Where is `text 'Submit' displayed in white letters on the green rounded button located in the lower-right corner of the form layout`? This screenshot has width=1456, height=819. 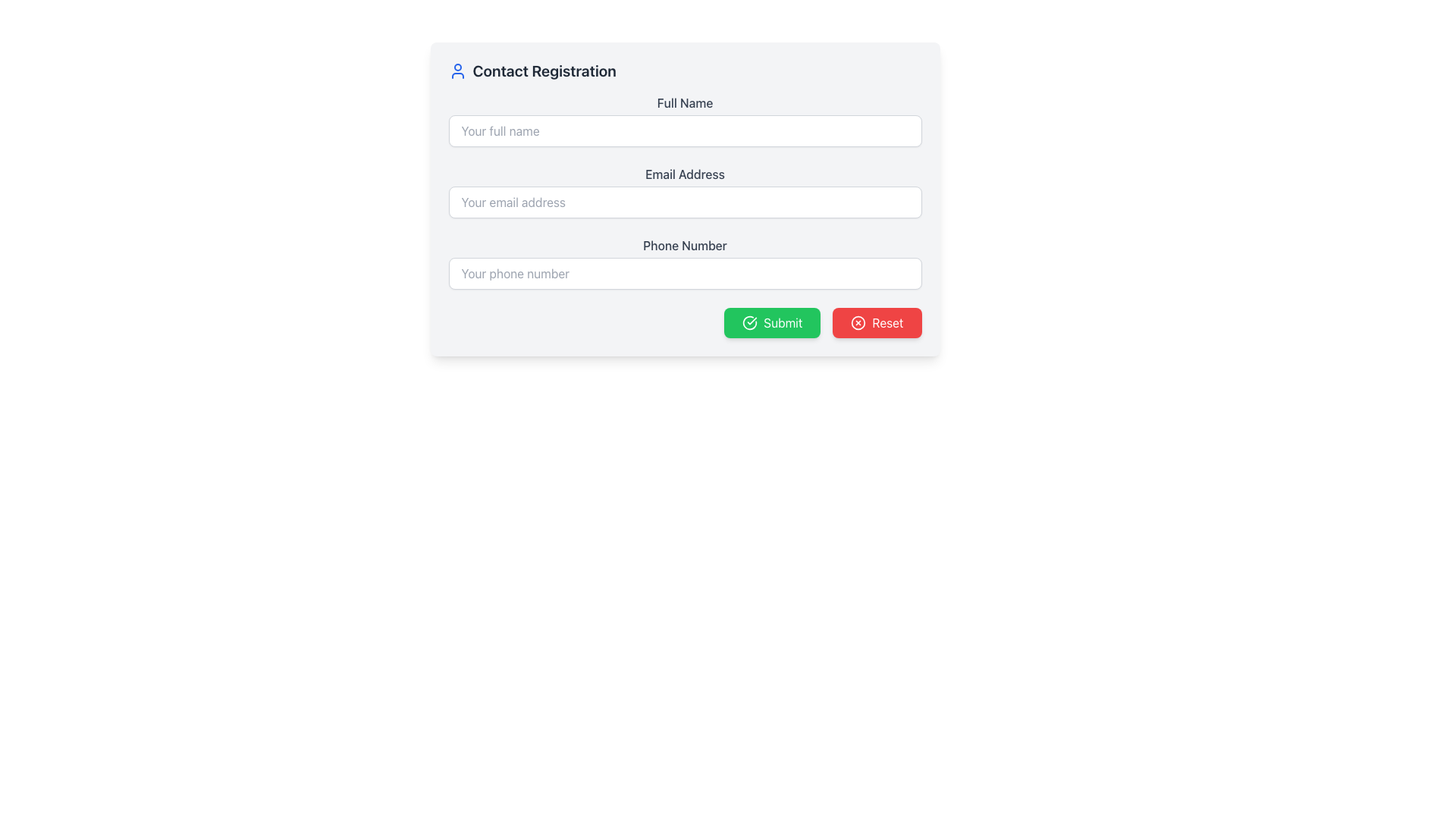 text 'Submit' displayed in white letters on the green rounded button located in the lower-right corner of the form layout is located at coordinates (783, 322).